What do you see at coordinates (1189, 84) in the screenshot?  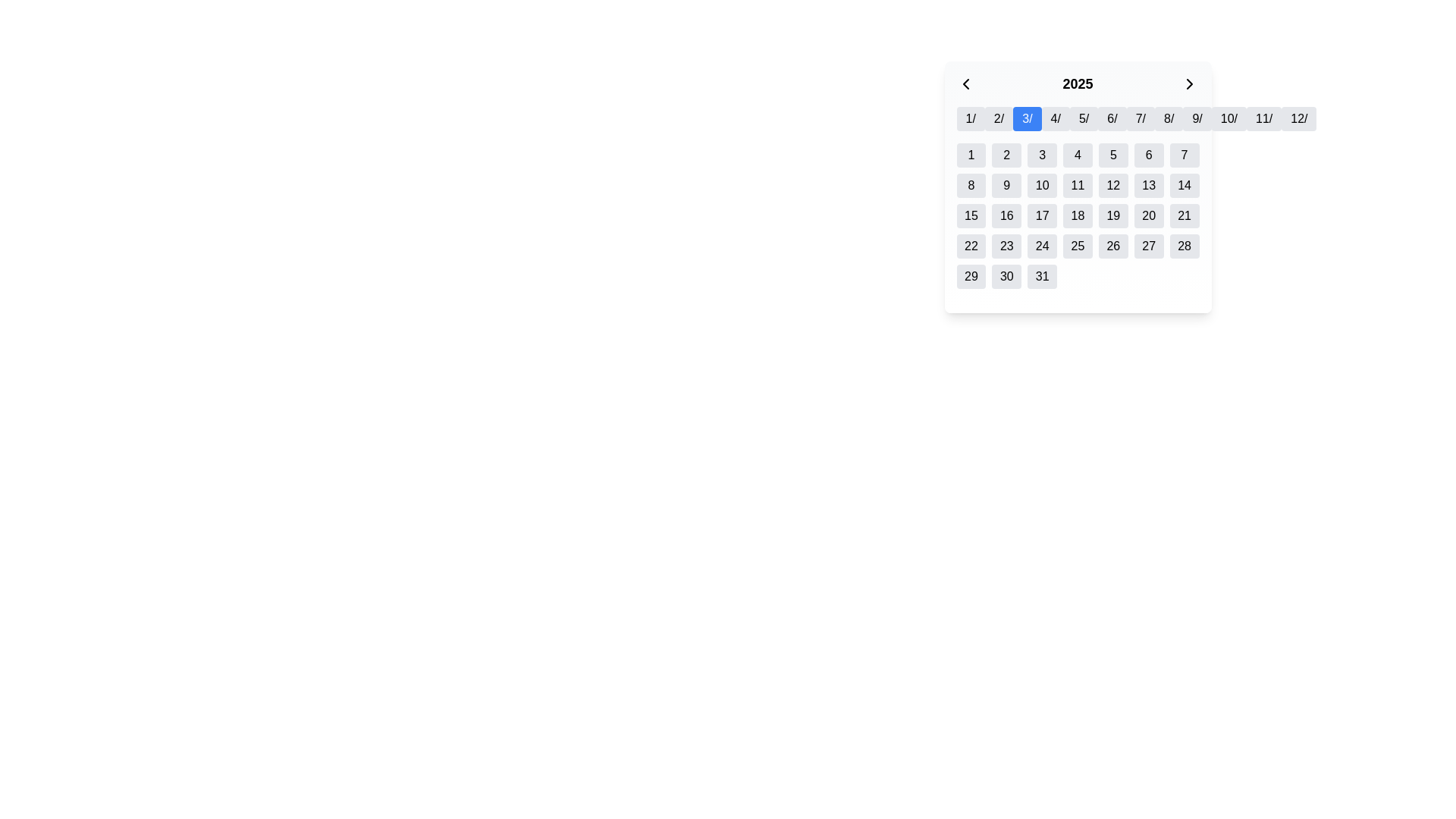 I see `the rightward chevron button with a black stroke located to the right of the text '2025' in the top-right corner of the calendar widget` at bounding box center [1189, 84].